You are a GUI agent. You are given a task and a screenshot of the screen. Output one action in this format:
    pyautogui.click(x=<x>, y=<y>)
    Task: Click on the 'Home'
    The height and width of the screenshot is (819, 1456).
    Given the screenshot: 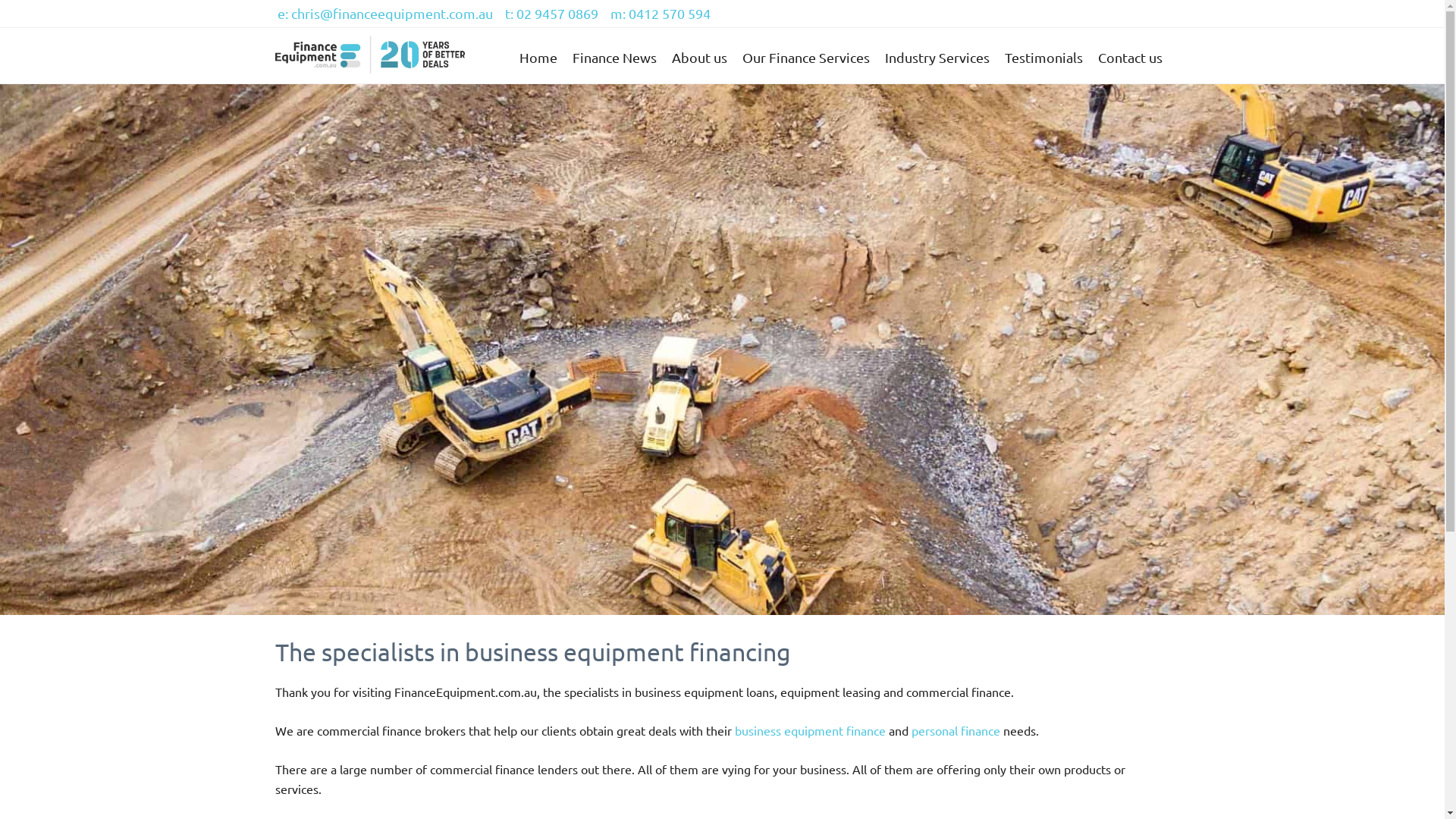 What is the action you would take?
    pyautogui.click(x=538, y=57)
    